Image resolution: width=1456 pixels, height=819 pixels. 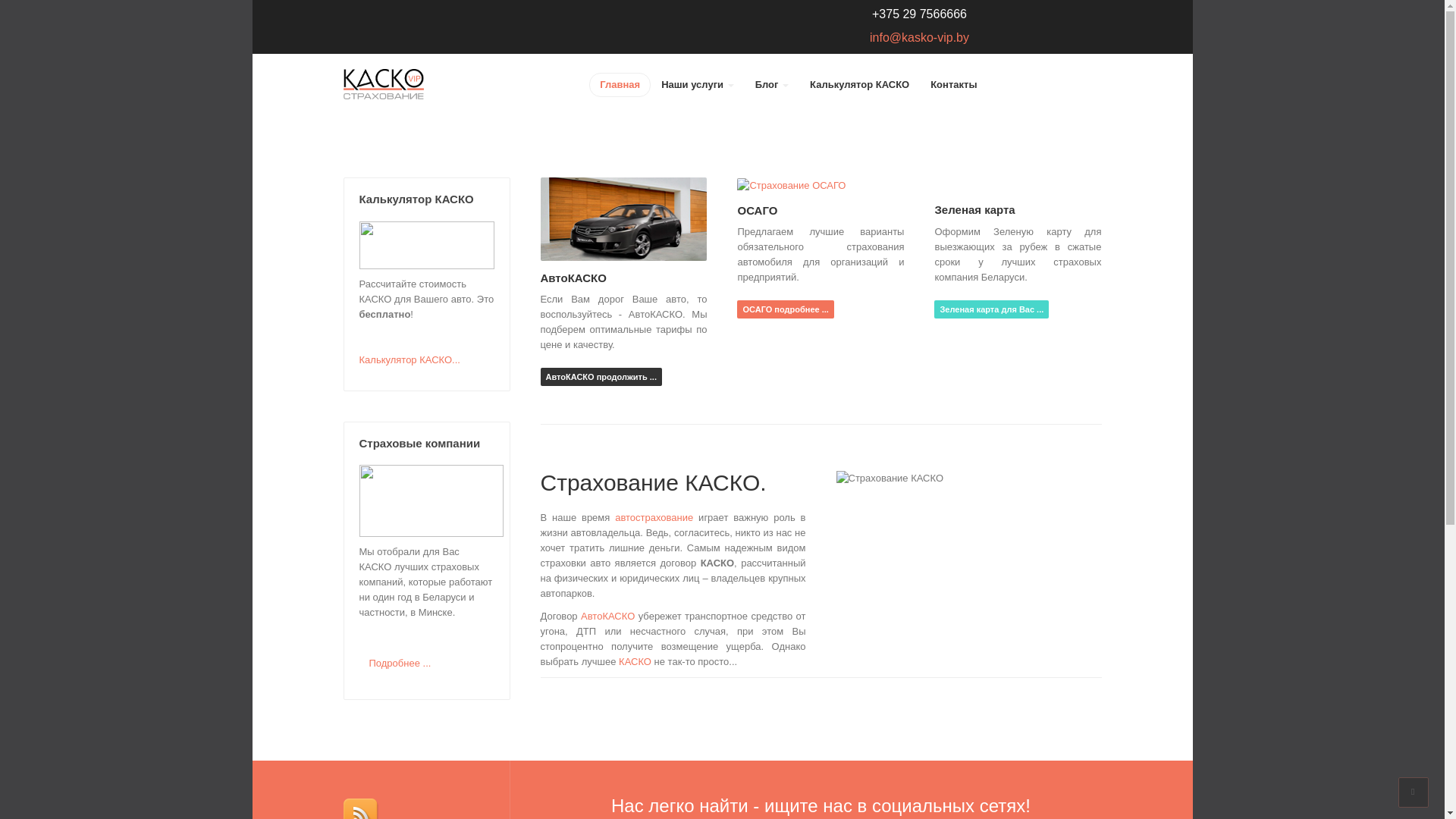 I want to click on 'info@kasko-vip.by', so click(x=870, y=36).